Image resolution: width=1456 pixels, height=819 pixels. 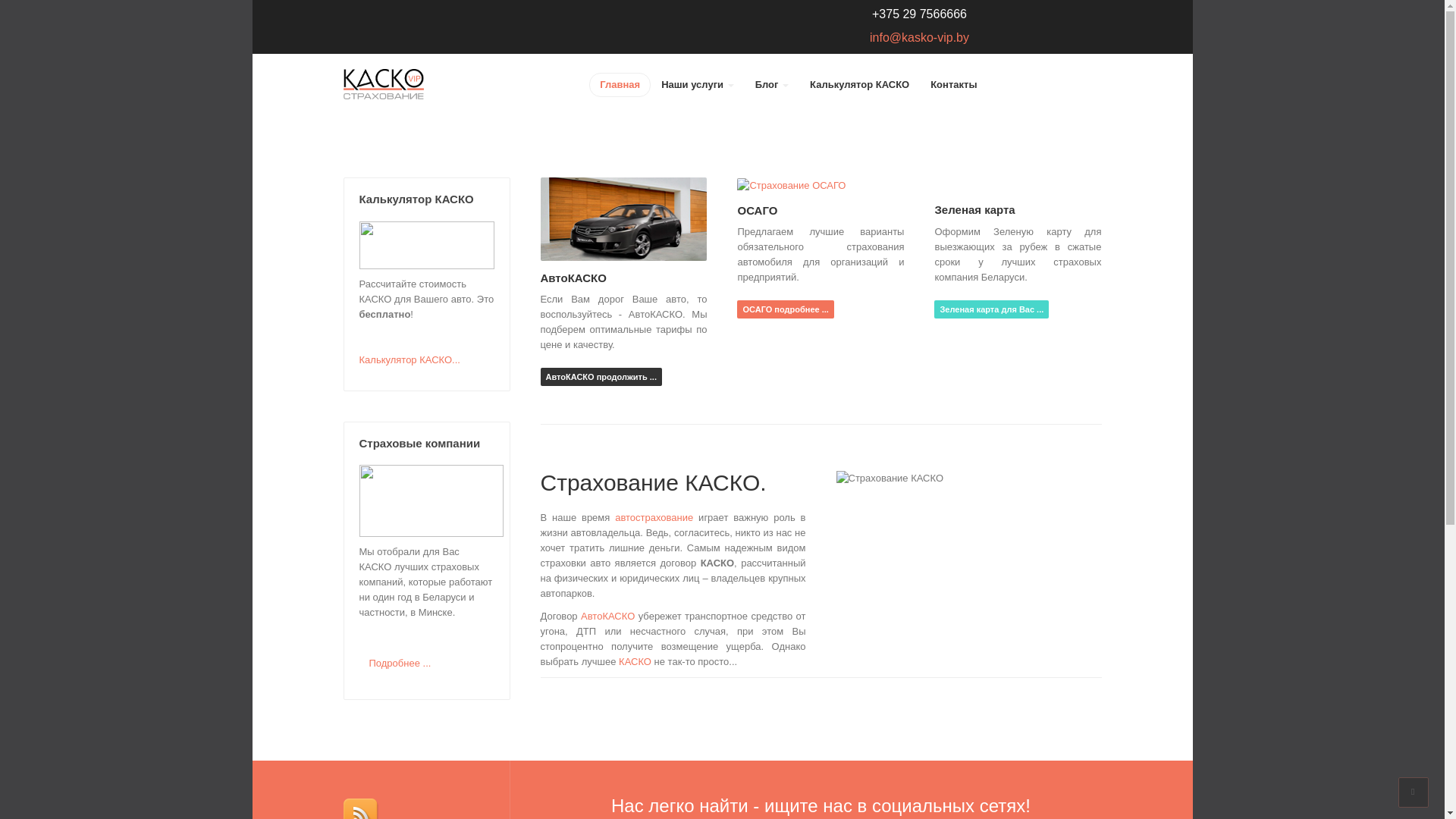 I want to click on 'info@kasko-vip.by', so click(x=870, y=36).